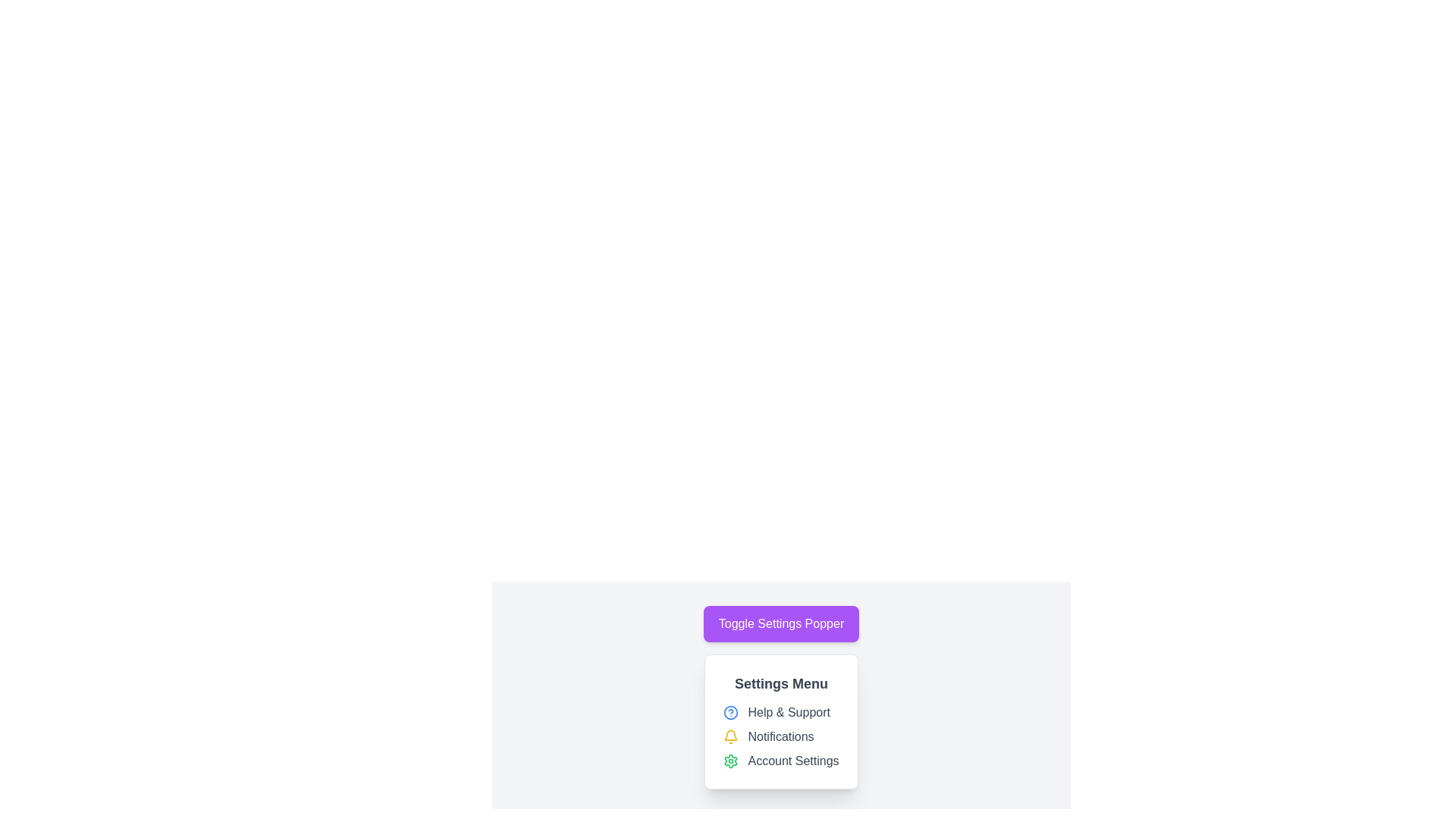 The image size is (1456, 819). I want to click on the yellow bell-shaped icon in the Notifications section of the pop-up menu, so click(731, 736).